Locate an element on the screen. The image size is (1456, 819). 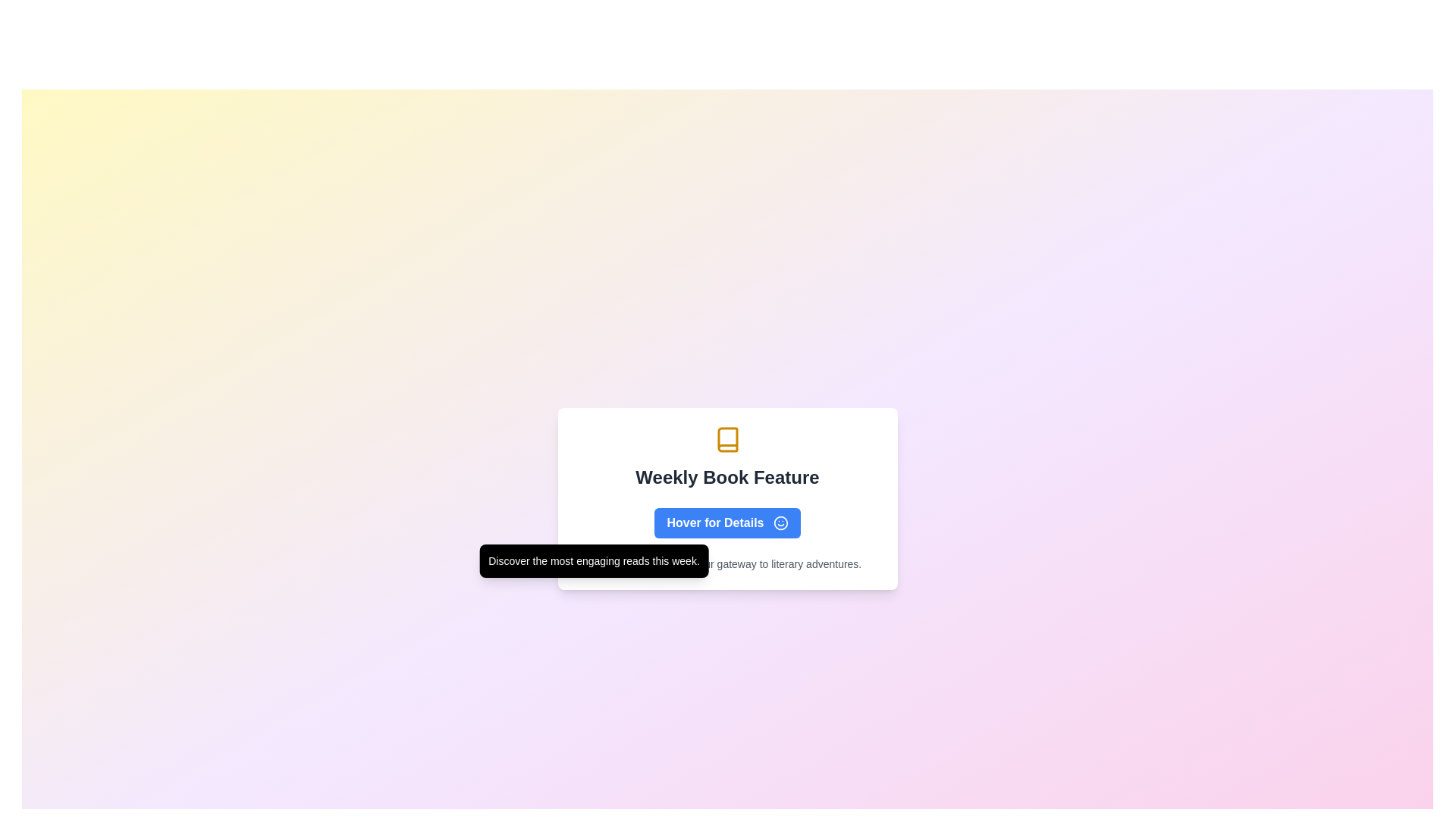
text content of the gray-colored small-sized Text Label that displays '© 2023 BookNook. Your gateway to literary adventures.' located at the bottom of the card-like component is located at coordinates (726, 564).